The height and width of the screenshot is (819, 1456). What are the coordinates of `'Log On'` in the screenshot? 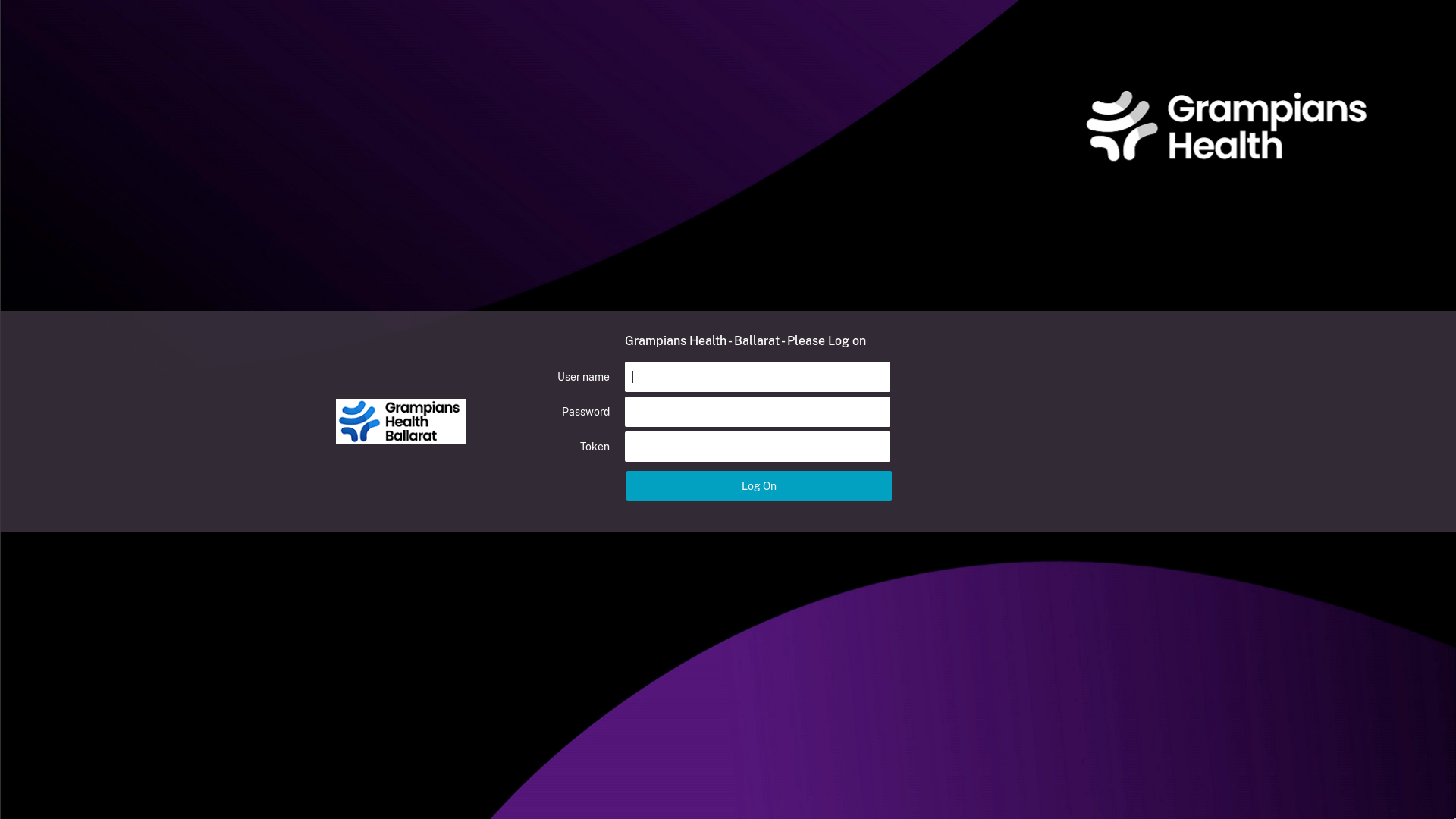 It's located at (759, 485).